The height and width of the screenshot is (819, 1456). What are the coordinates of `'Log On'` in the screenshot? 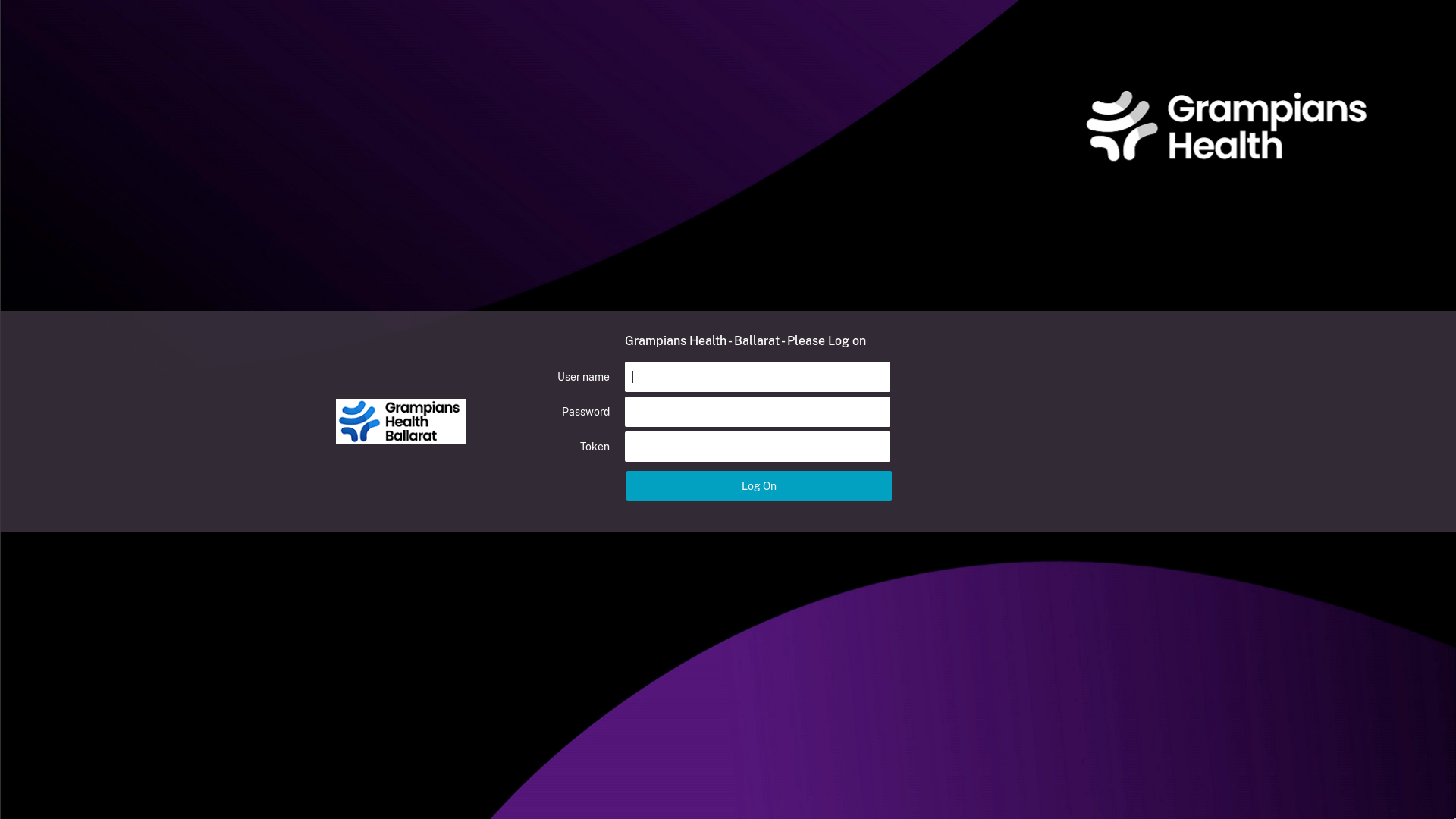 It's located at (759, 485).